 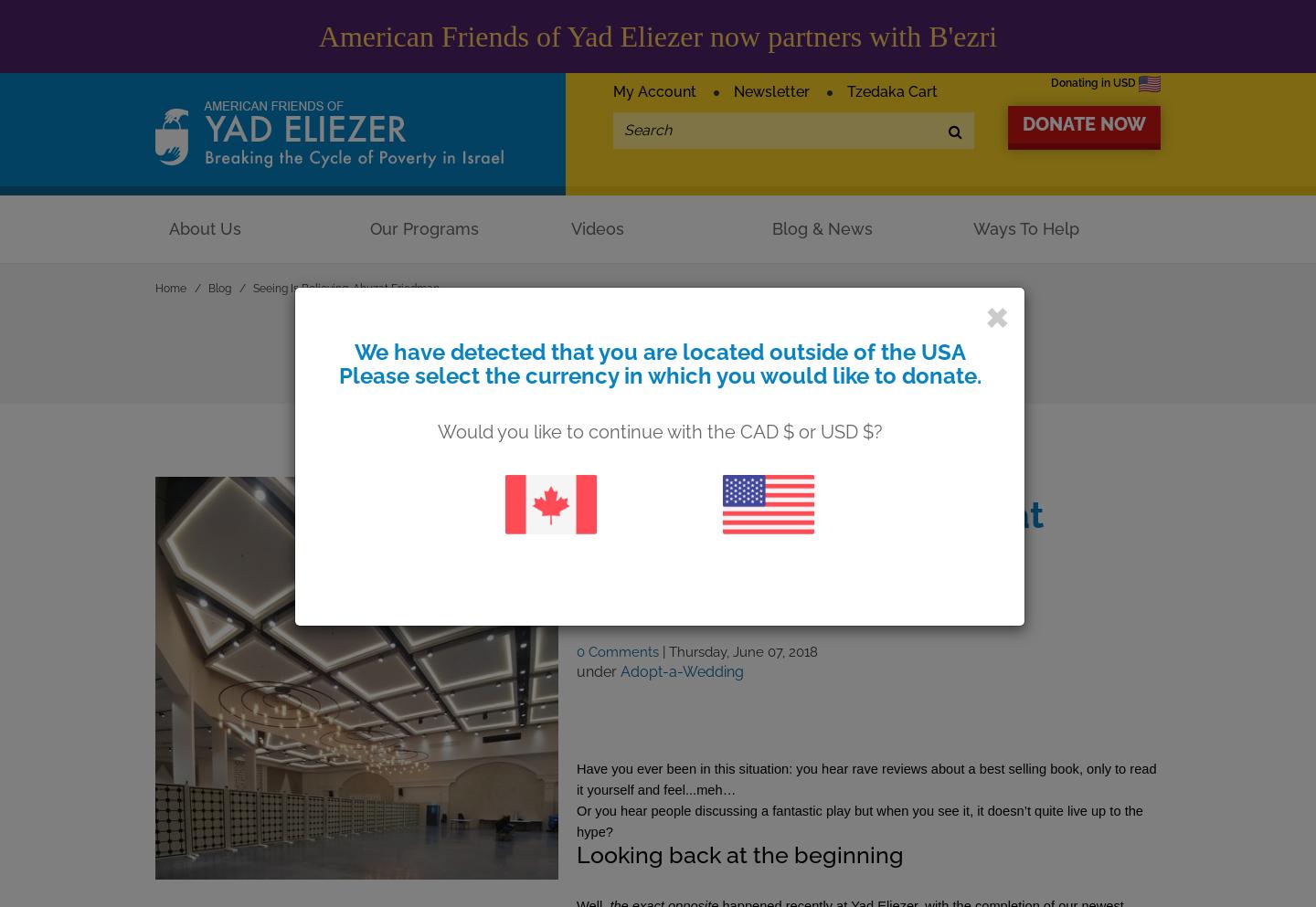 I want to click on 'Have you ever been in this situation: you hear rave reviews about a best selling book, only to read it yourself and feel...meh…', so click(x=865, y=778).